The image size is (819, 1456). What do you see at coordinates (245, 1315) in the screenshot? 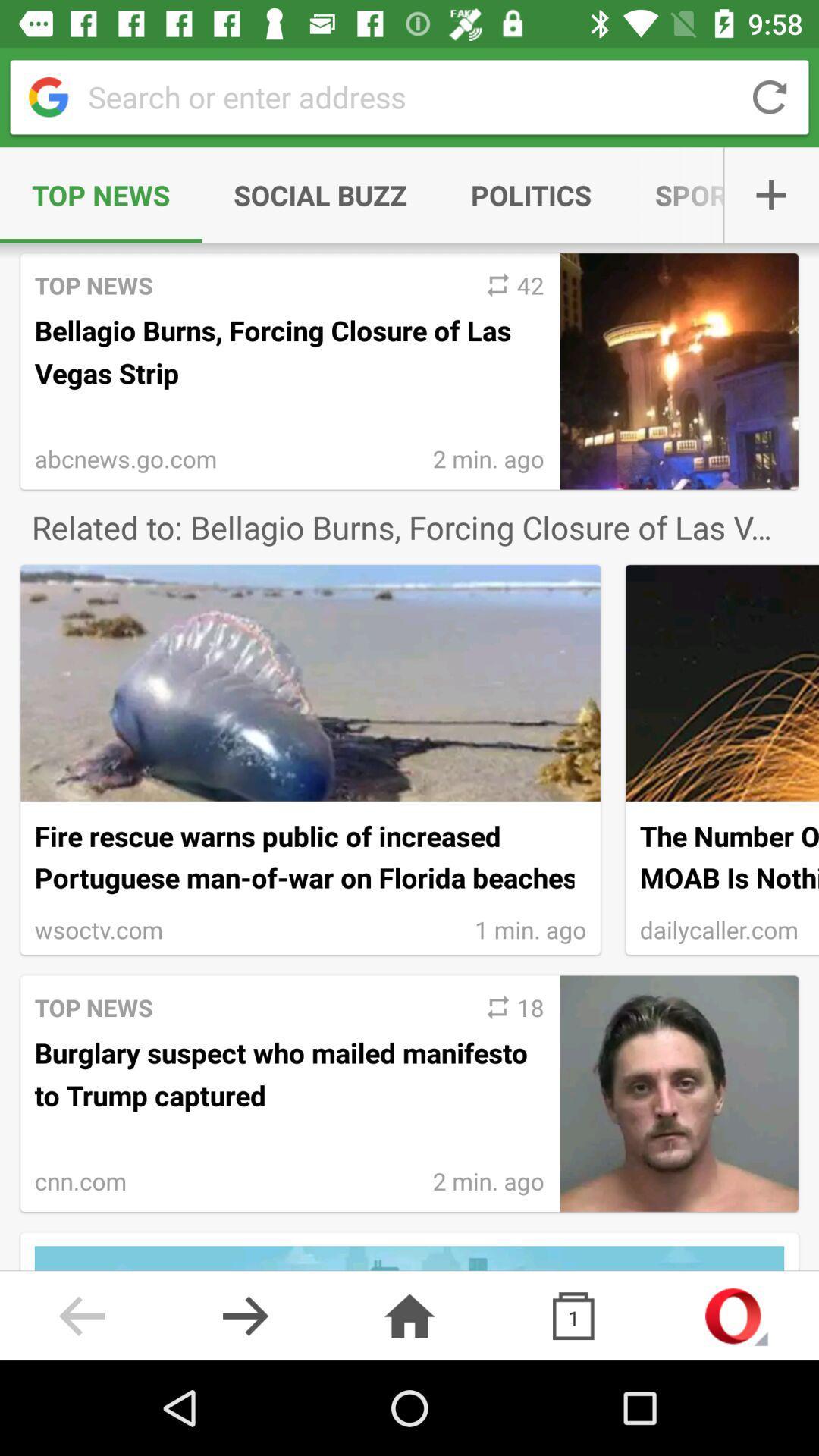
I see `the arrow_forward icon` at bounding box center [245, 1315].